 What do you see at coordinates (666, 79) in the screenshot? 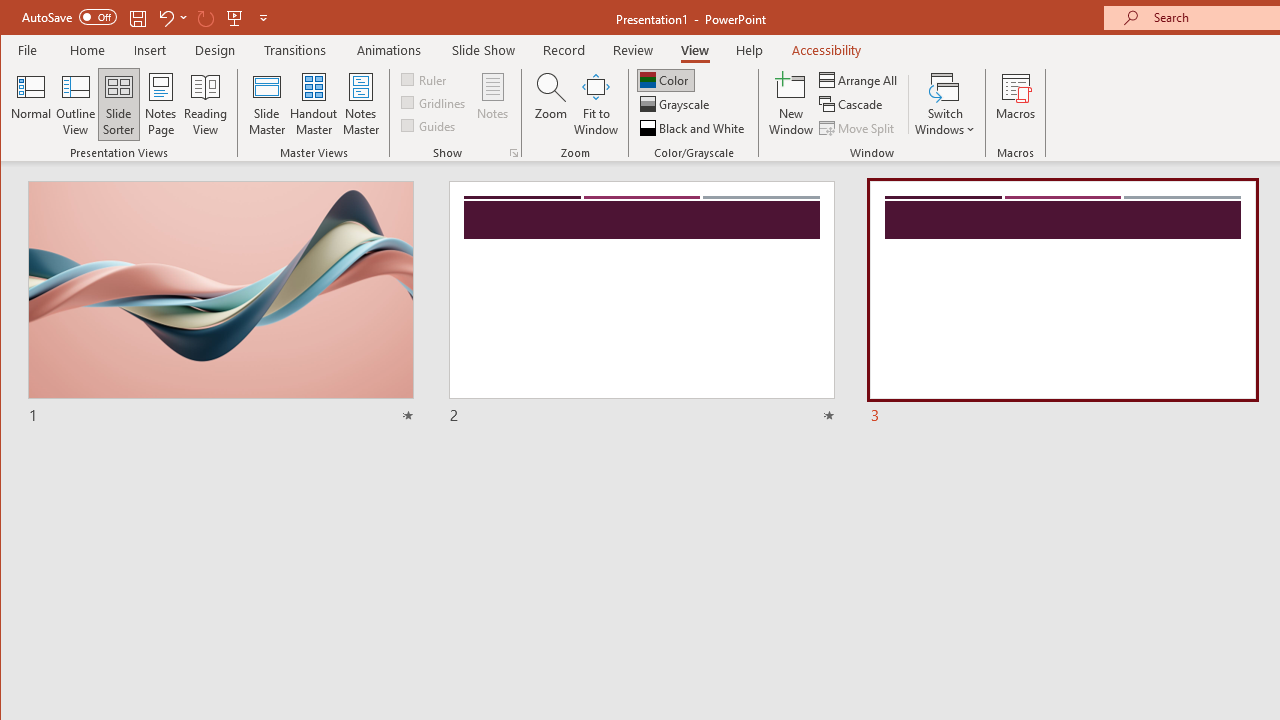
I see `'Color'` at bounding box center [666, 79].